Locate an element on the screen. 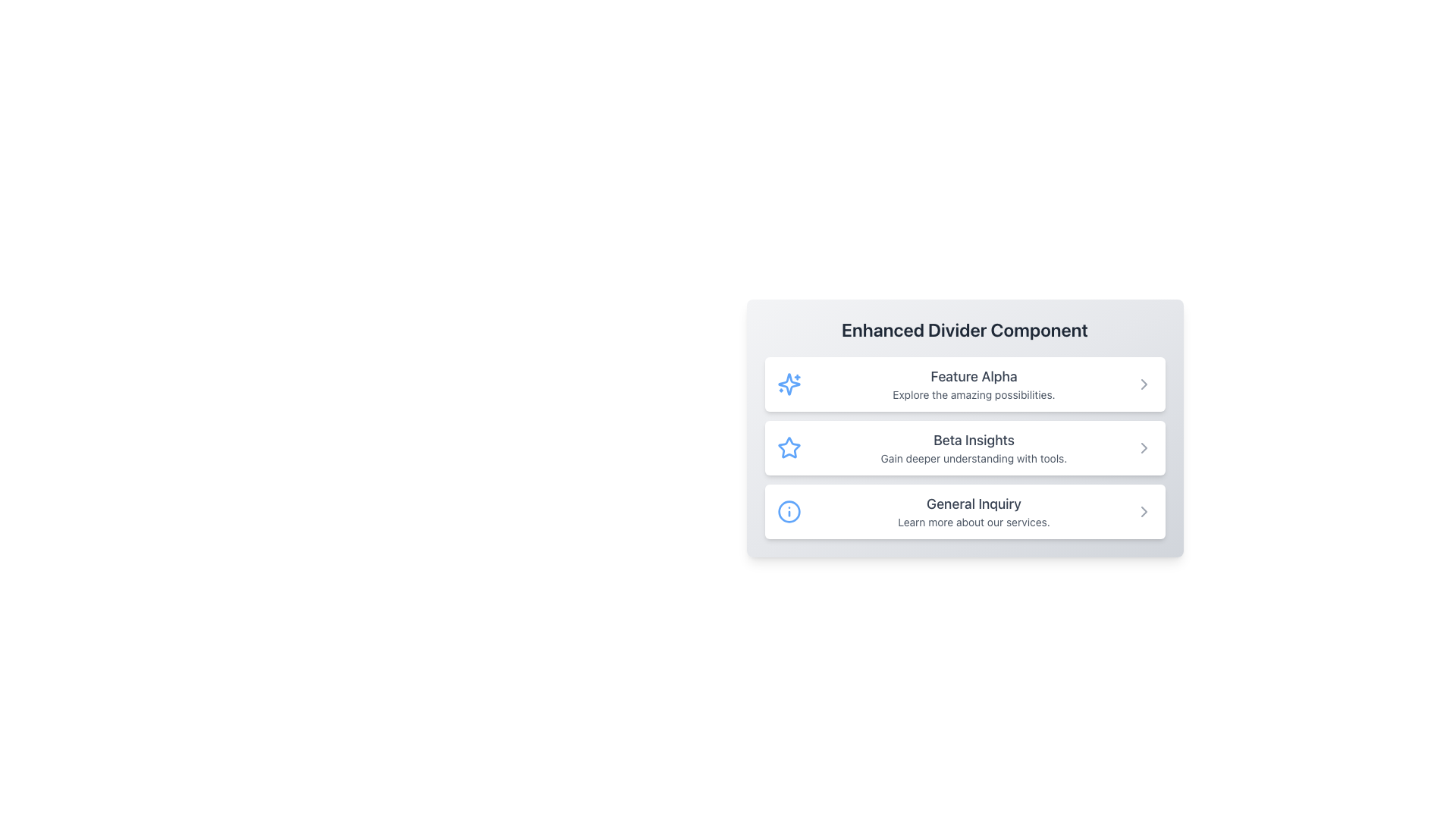  the text block titled 'Feature Alpha' that provides an overview description 'Explore the amazing possibilities' is located at coordinates (974, 383).